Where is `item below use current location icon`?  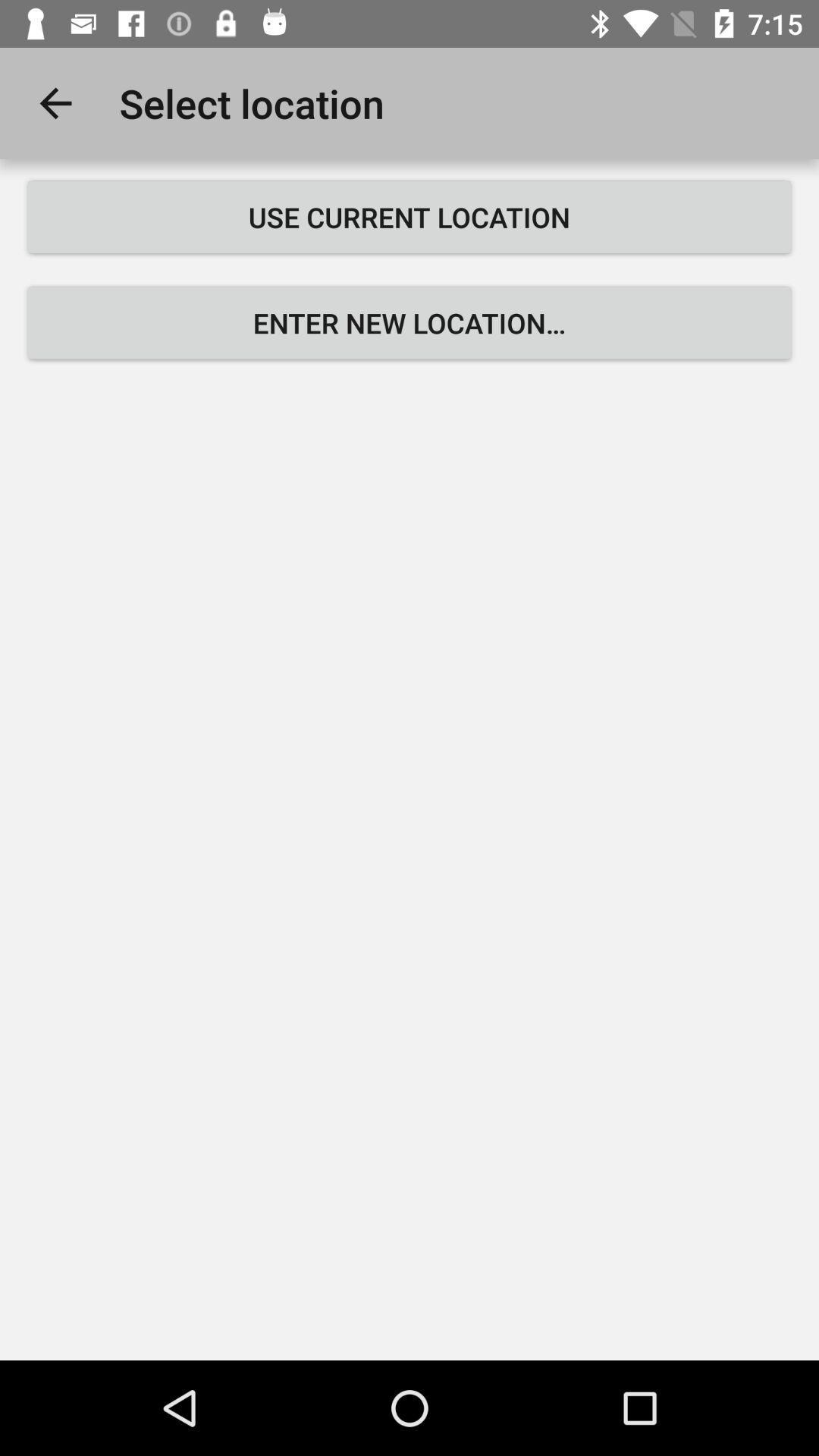
item below use current location icon is located at coordinates (409, 322).